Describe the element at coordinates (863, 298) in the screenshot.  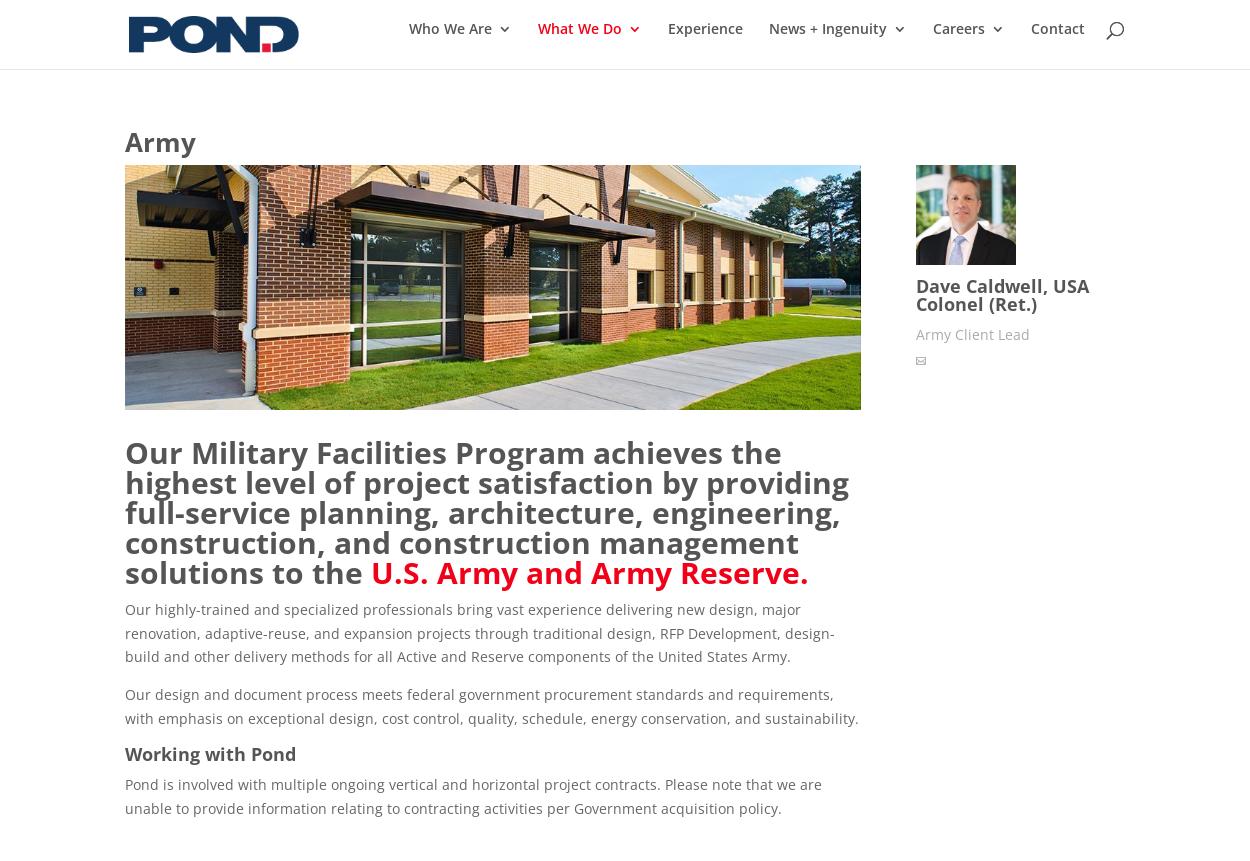
I see `'Bridge Design'` at that location.